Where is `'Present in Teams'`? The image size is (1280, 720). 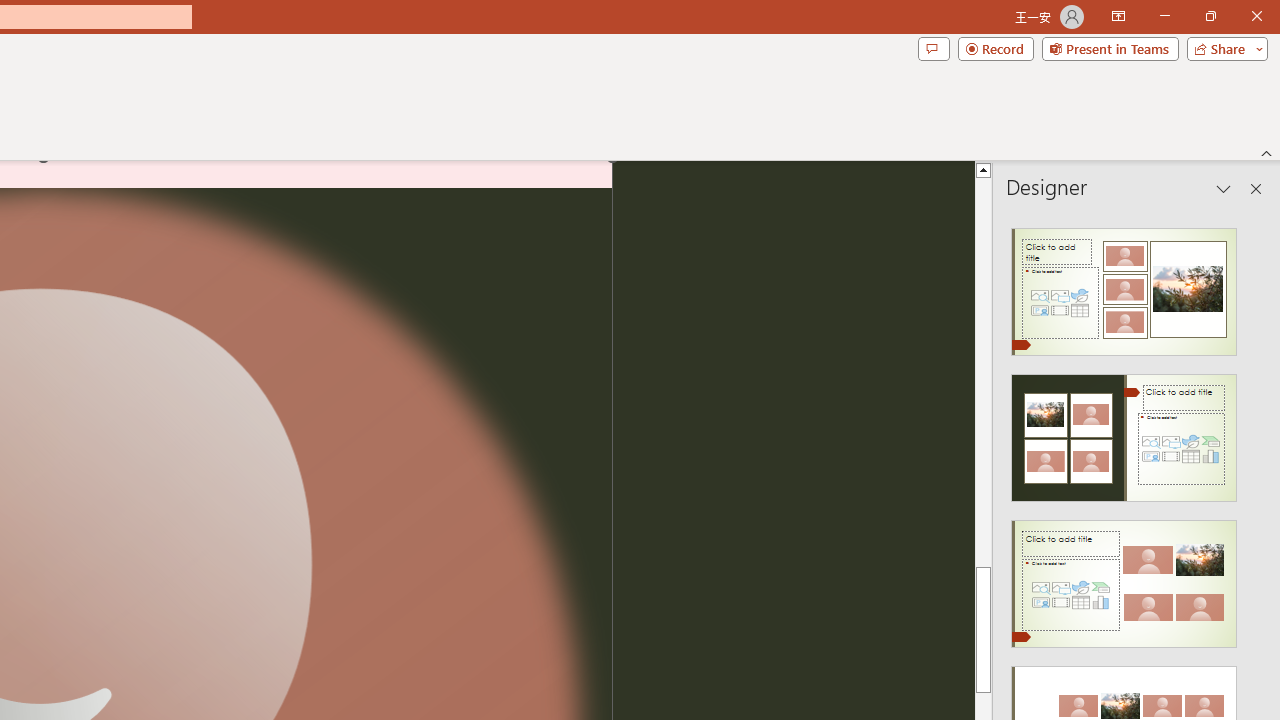 'Present in Teams' is located at coordinates (1109, 47).